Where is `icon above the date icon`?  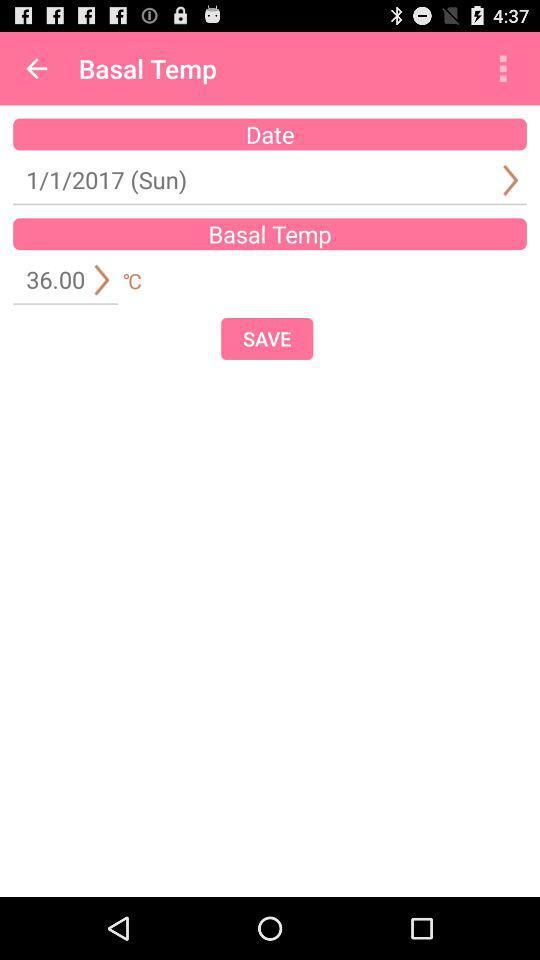
icon above the date icon is located at coordinates (36, 68).